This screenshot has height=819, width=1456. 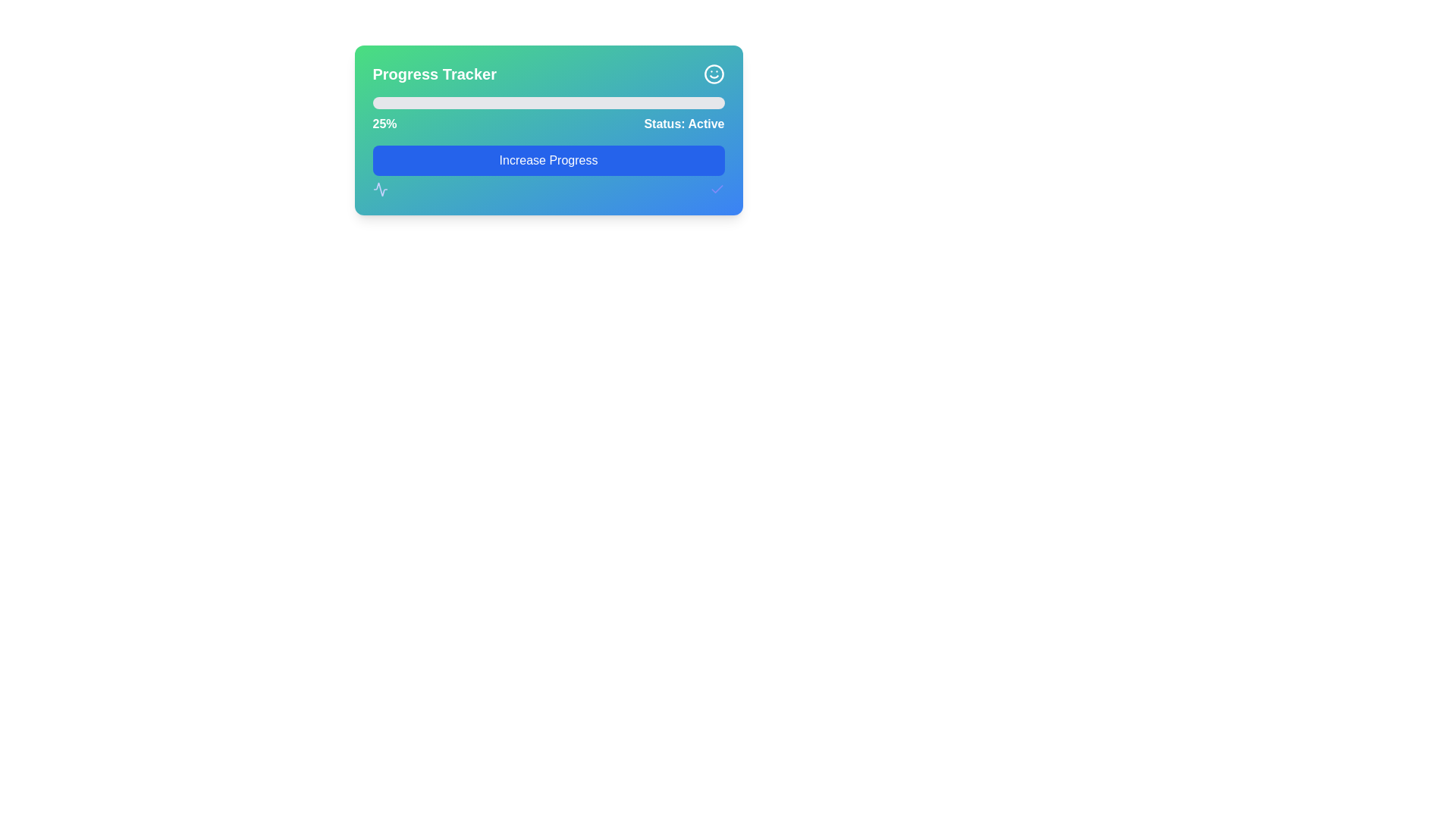 I want to click on the rectangular button with rounded corners that has a solid blue background and white text reading 'Increase Progress', so click(x=548, y=161).